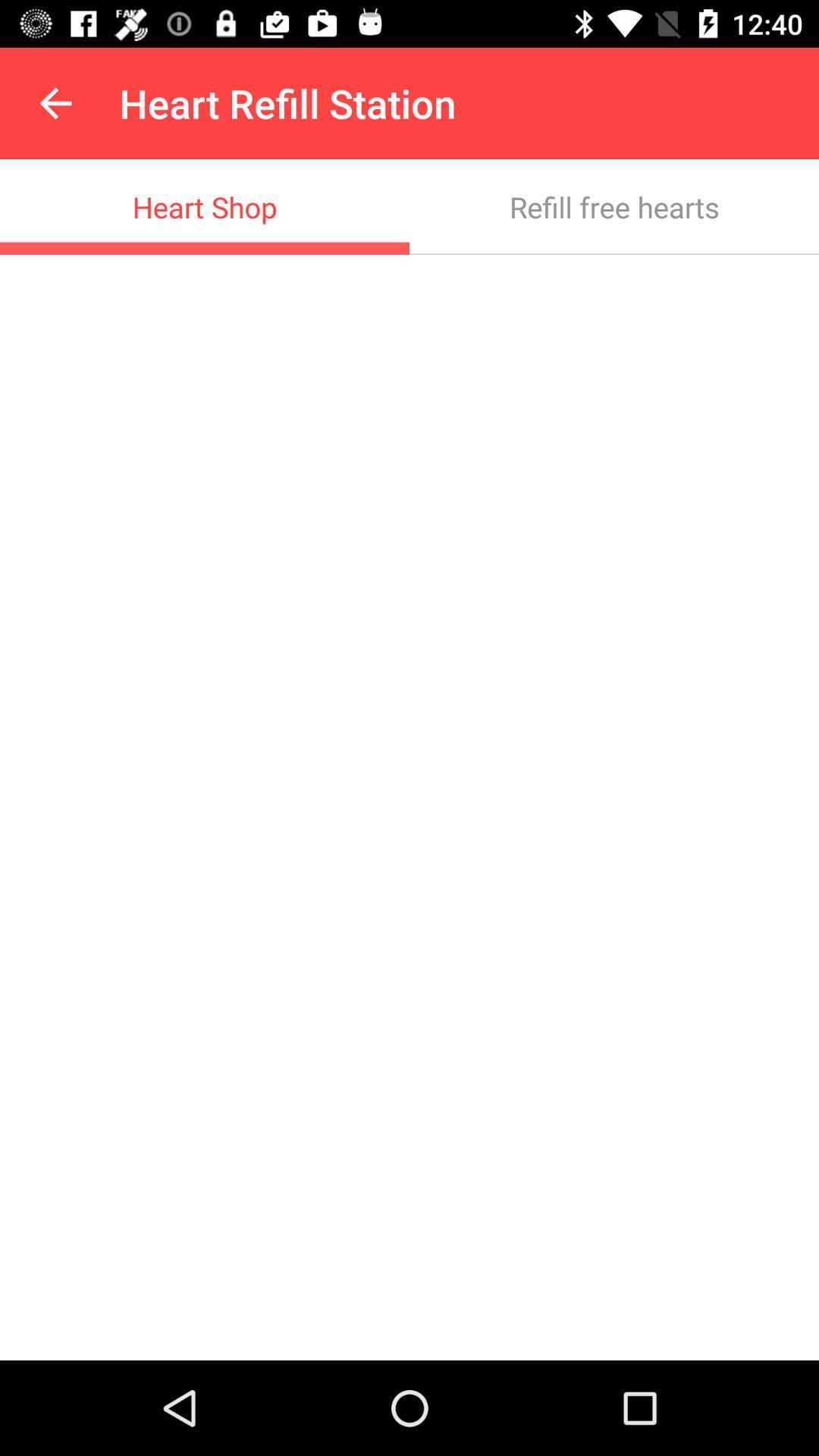 The height and width of the screenshot is (1456, 819). What do you see at coordinates (614, 206) in the screenshot?
I see `the refill free hearts item` at bounding box center [614, 206].